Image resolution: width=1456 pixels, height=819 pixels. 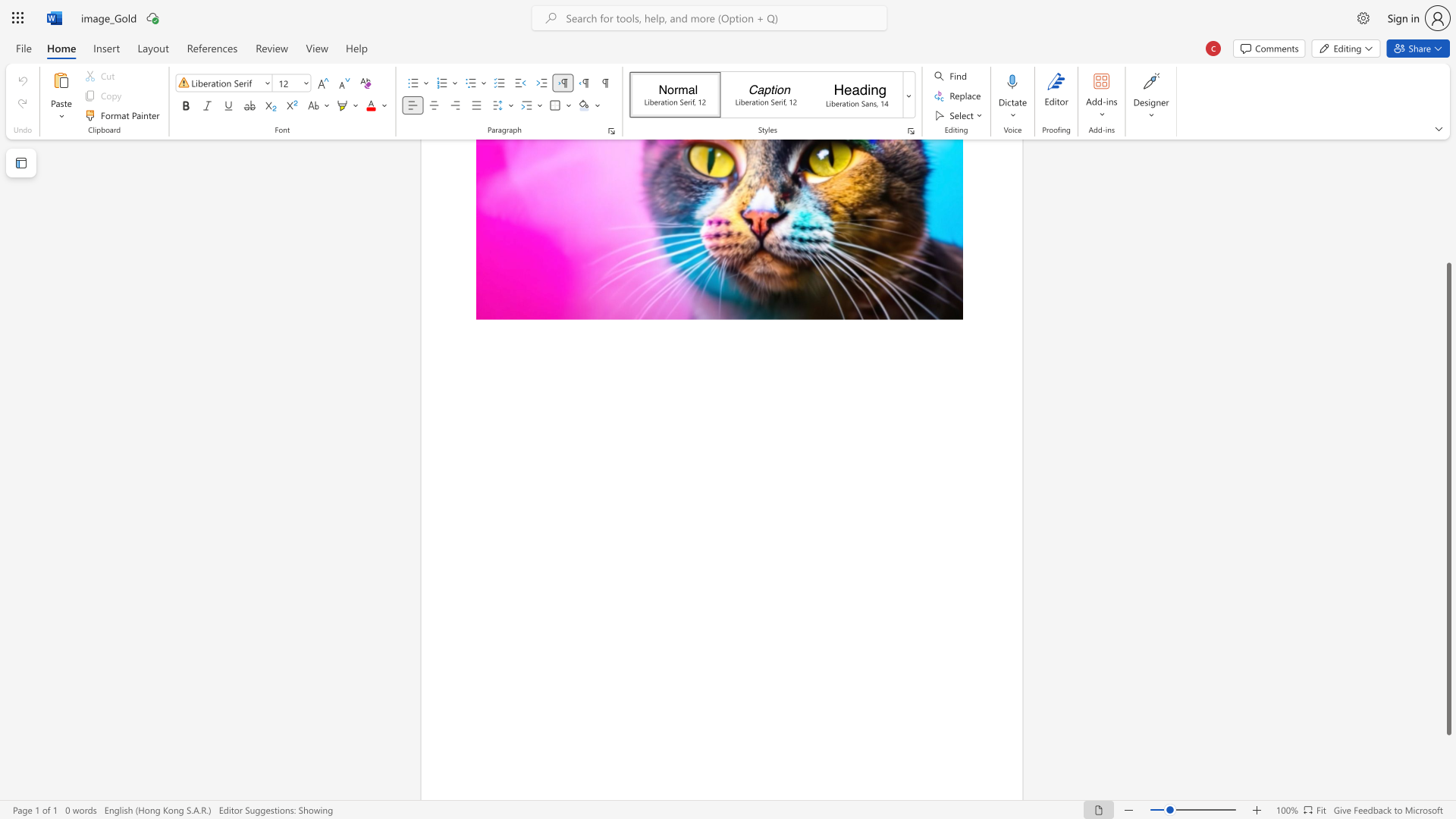 I want to click on the scrollbar to scroll upward, so click(x=1448, y=234).